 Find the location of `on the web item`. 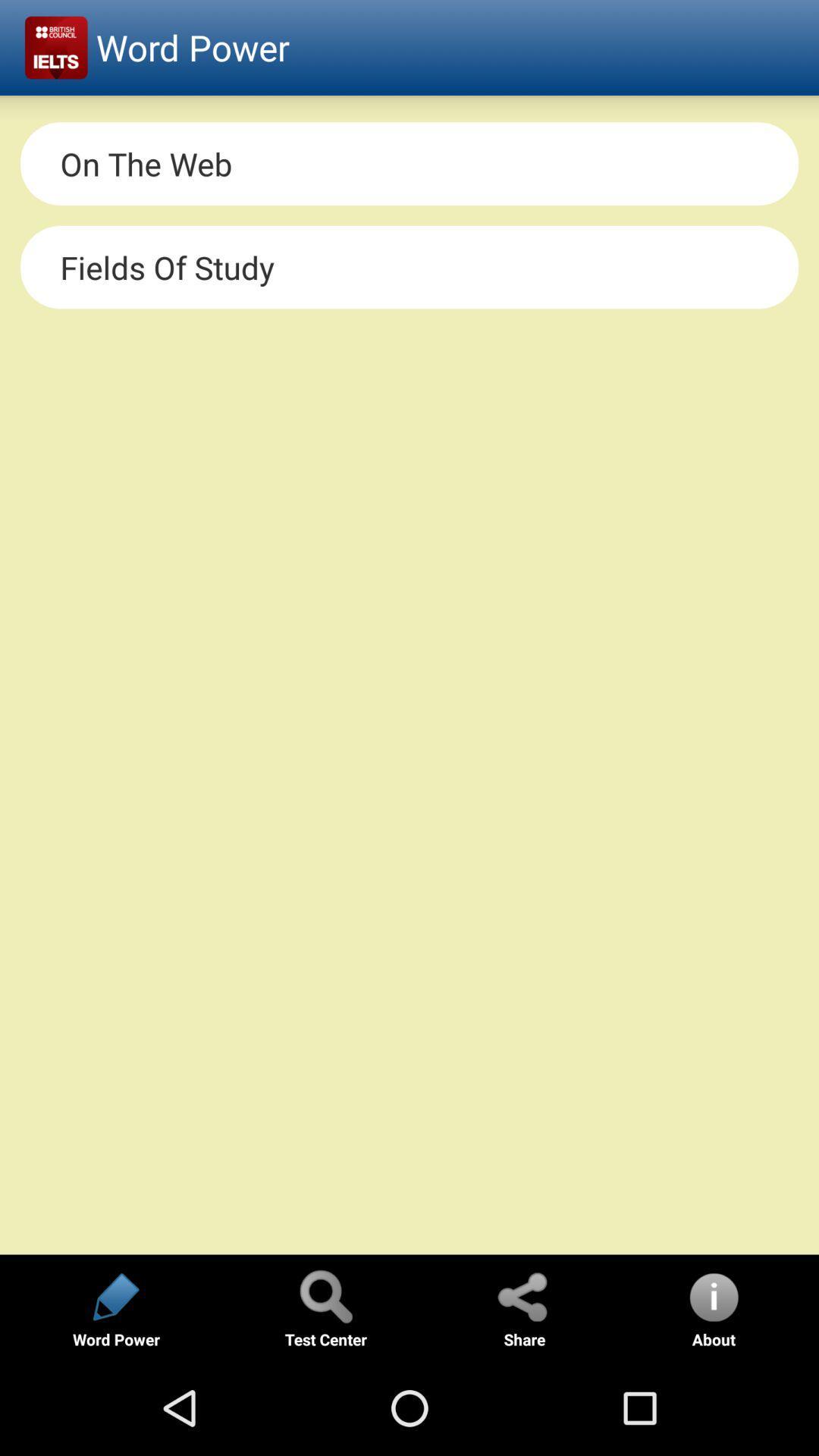

on the web item is located at coordinates (409, 164).